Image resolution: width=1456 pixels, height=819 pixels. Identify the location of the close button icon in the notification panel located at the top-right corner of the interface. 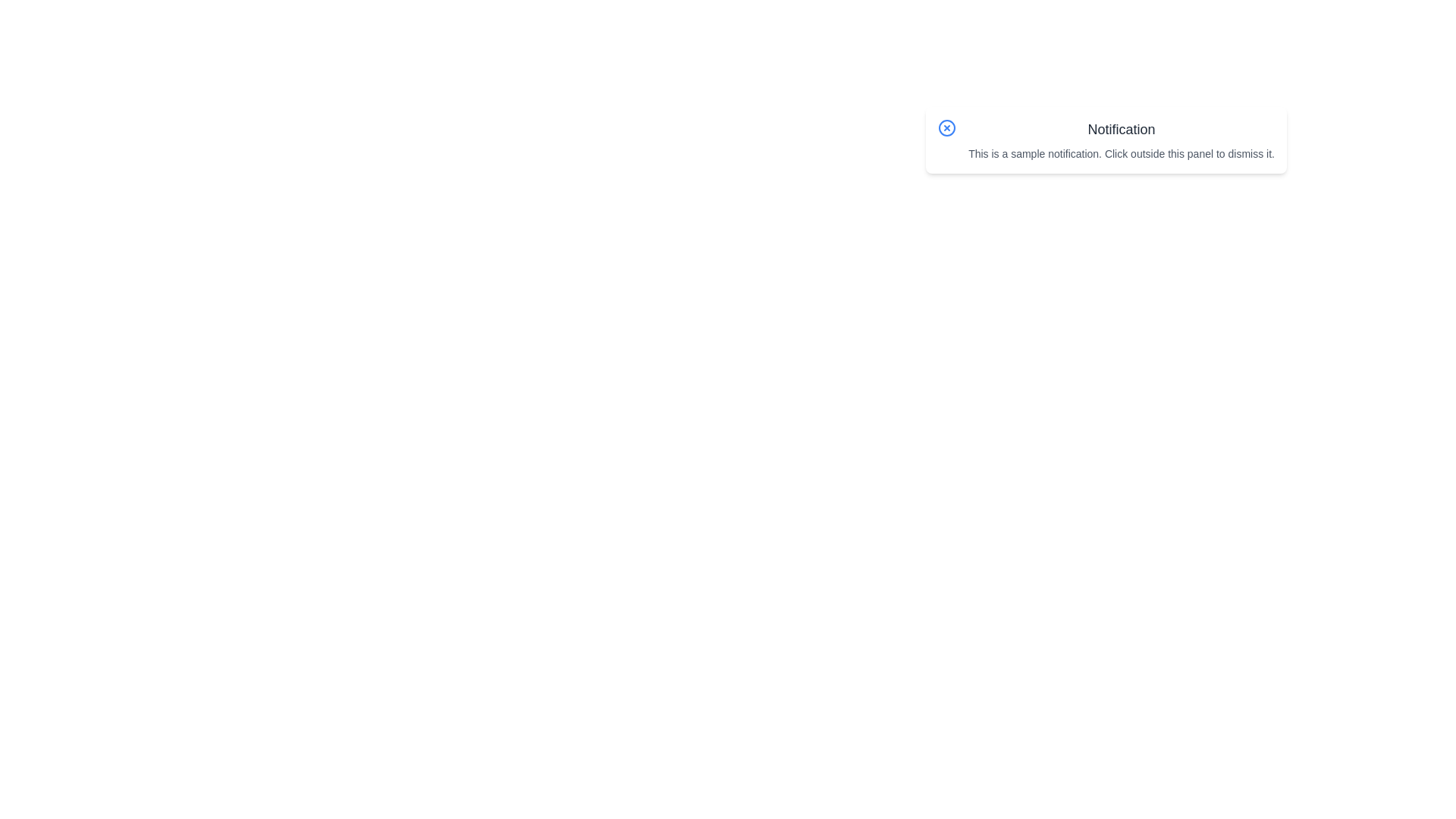
(946, 127).